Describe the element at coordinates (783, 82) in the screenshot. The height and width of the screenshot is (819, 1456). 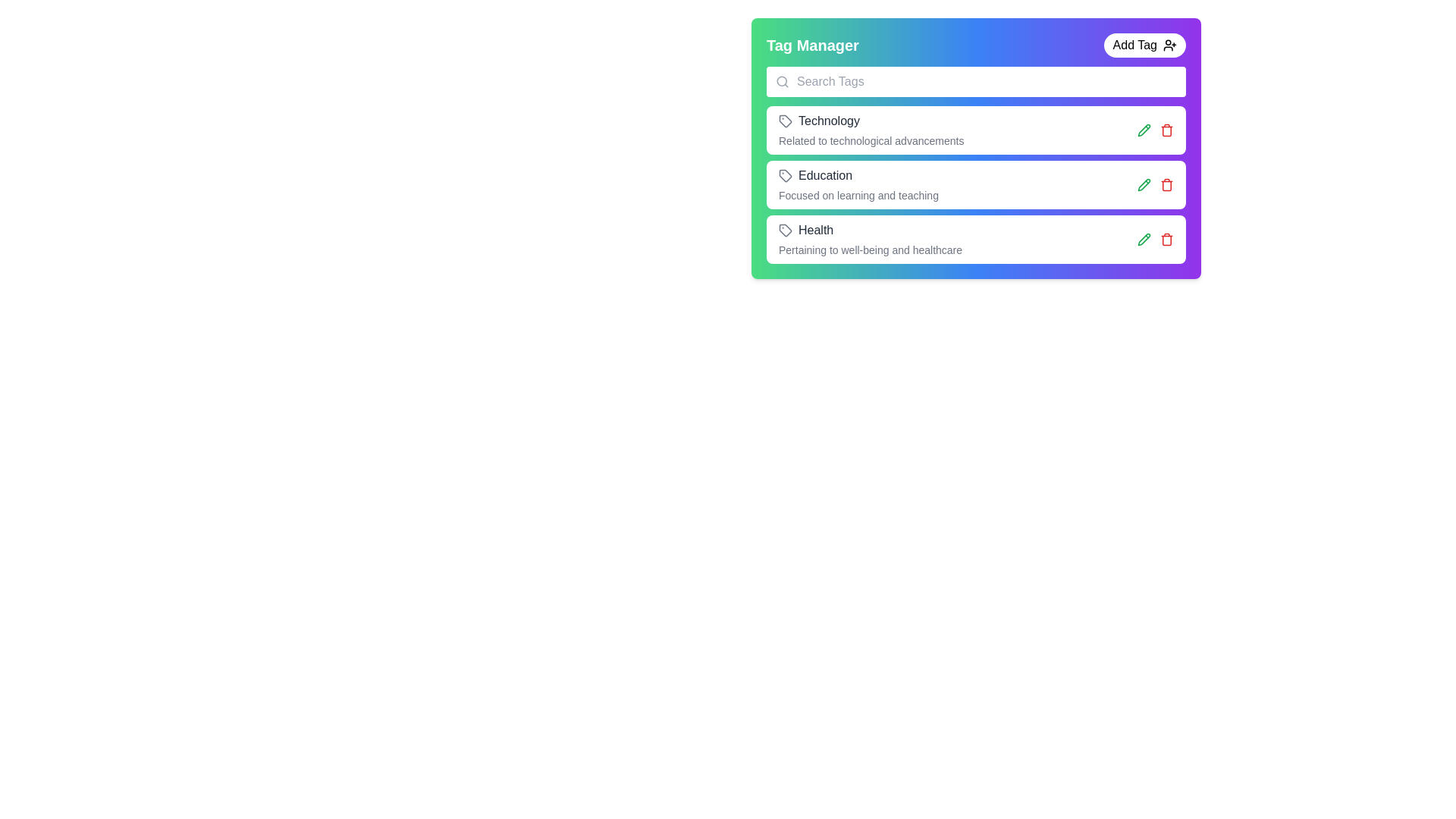
I see `the search magnifier SVG icon located at the leftmost section of the search bar` at that location.